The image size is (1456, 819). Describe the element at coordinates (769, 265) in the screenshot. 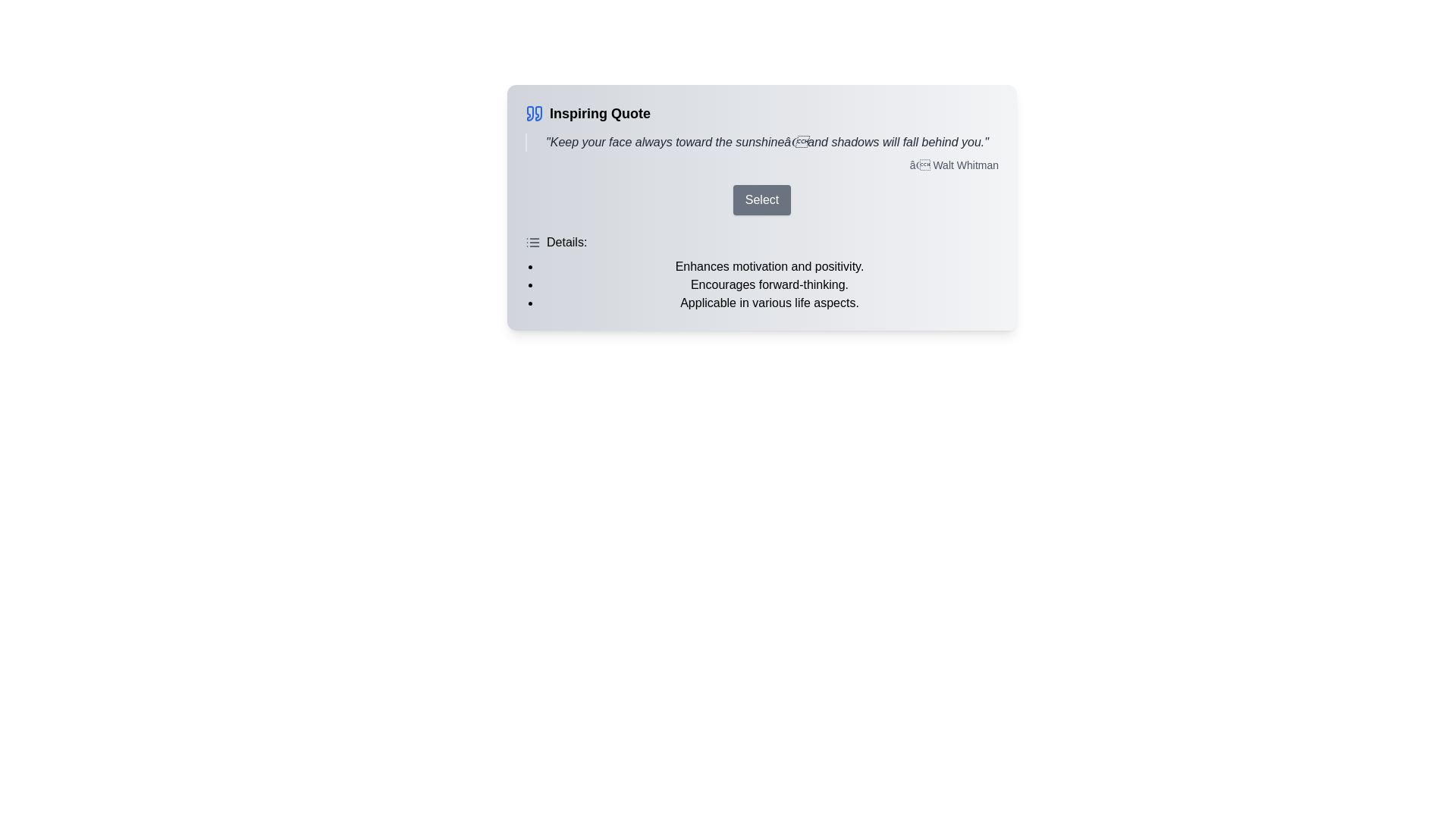

I see `the text element containing the sentence 'Enhances motivation and positivity.' which is the first entry in the bulleted list under the 'Details:' section` at that location.